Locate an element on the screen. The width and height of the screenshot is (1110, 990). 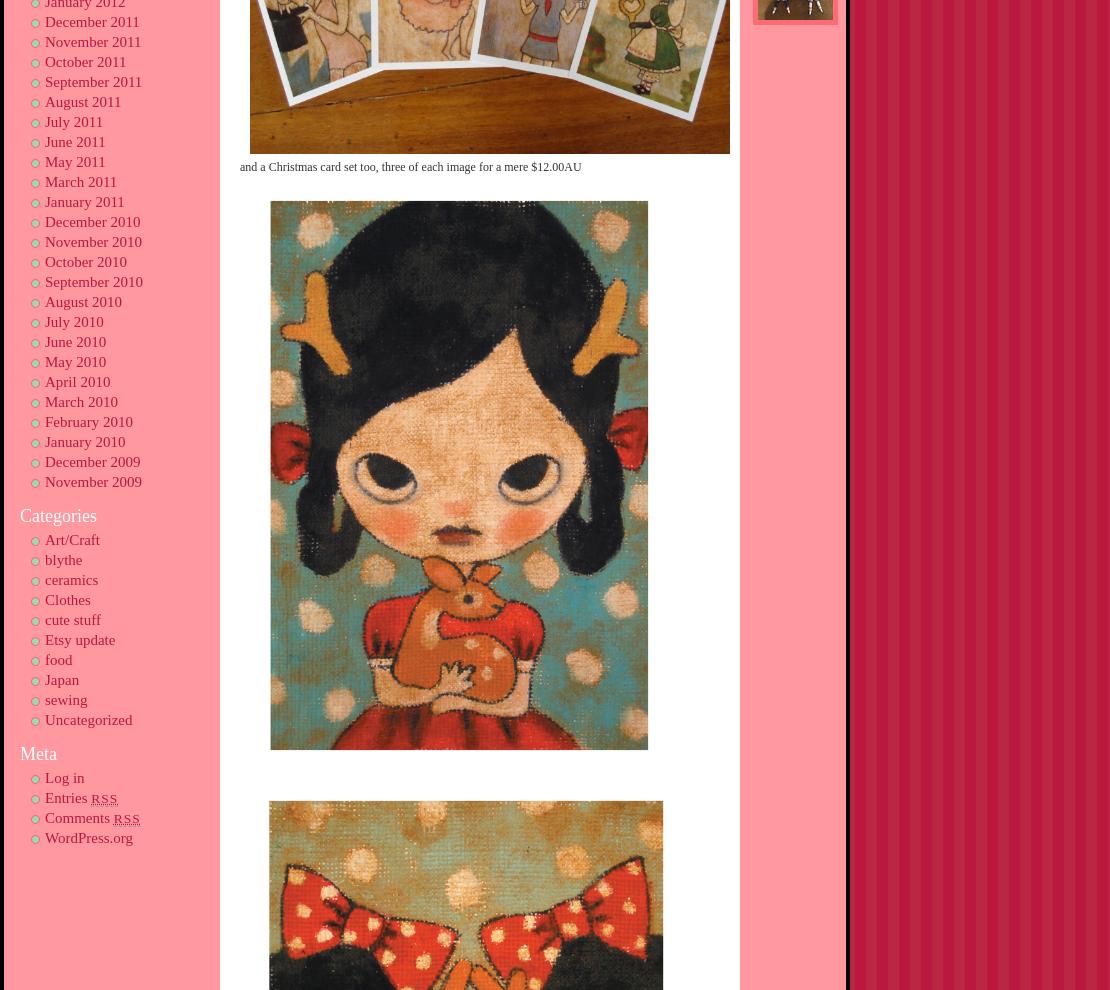
'December 2011' is located at coordinates (91, 20).